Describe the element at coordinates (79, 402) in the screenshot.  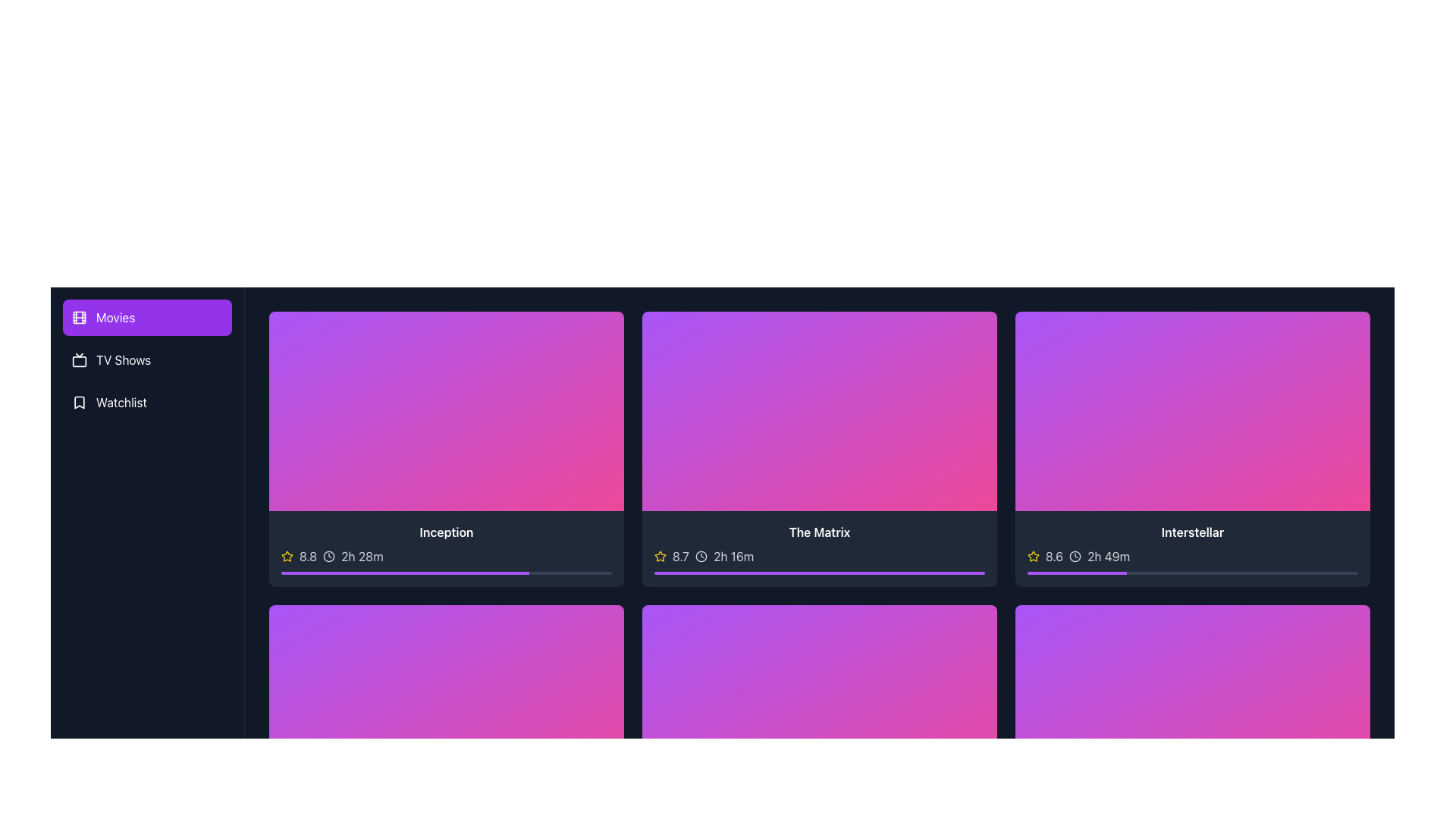
I see `the bookmark icon located to the left of the 'Watchlist' text` at that location.